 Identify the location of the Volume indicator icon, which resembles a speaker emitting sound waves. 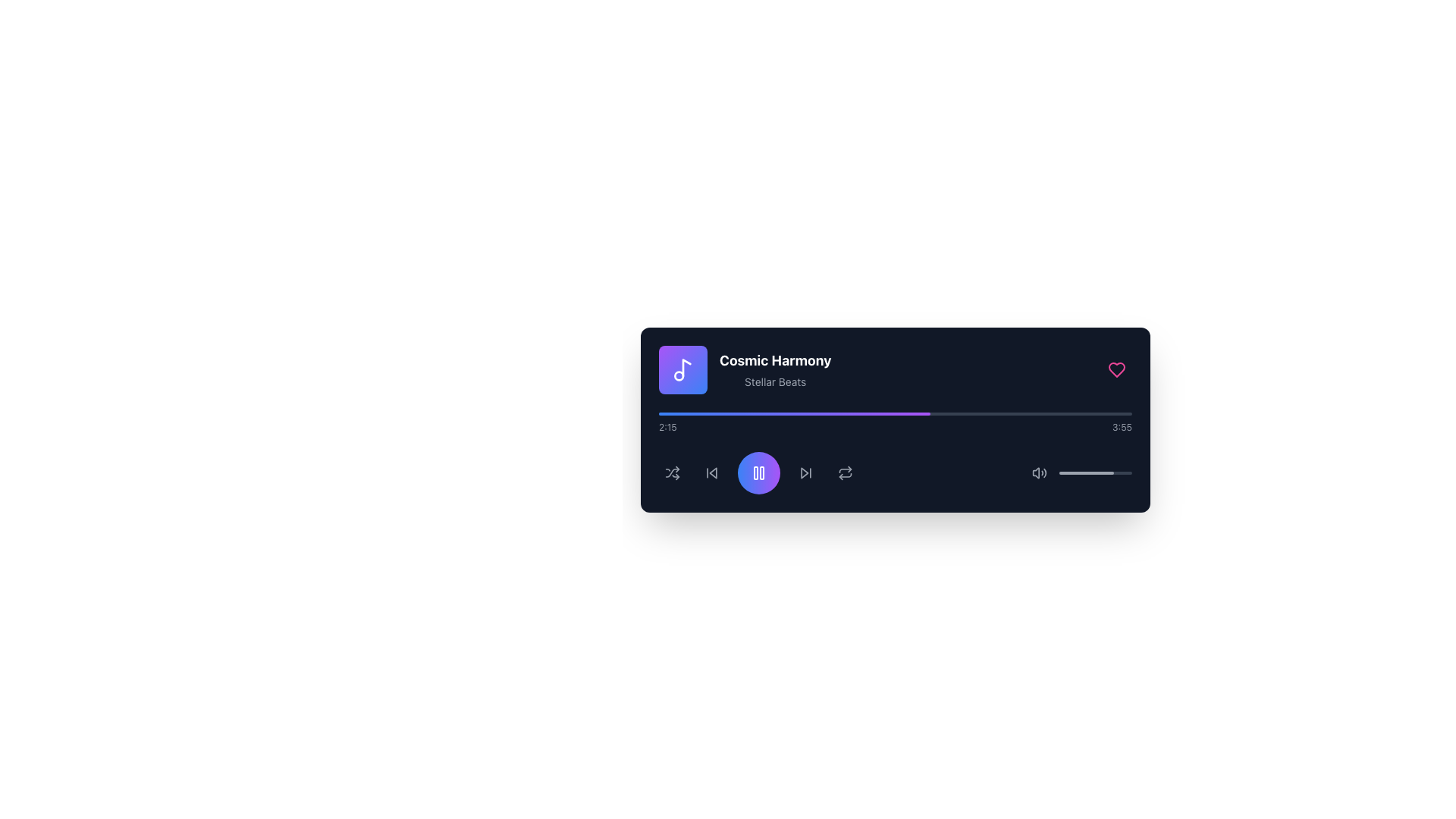
(1039, 472).